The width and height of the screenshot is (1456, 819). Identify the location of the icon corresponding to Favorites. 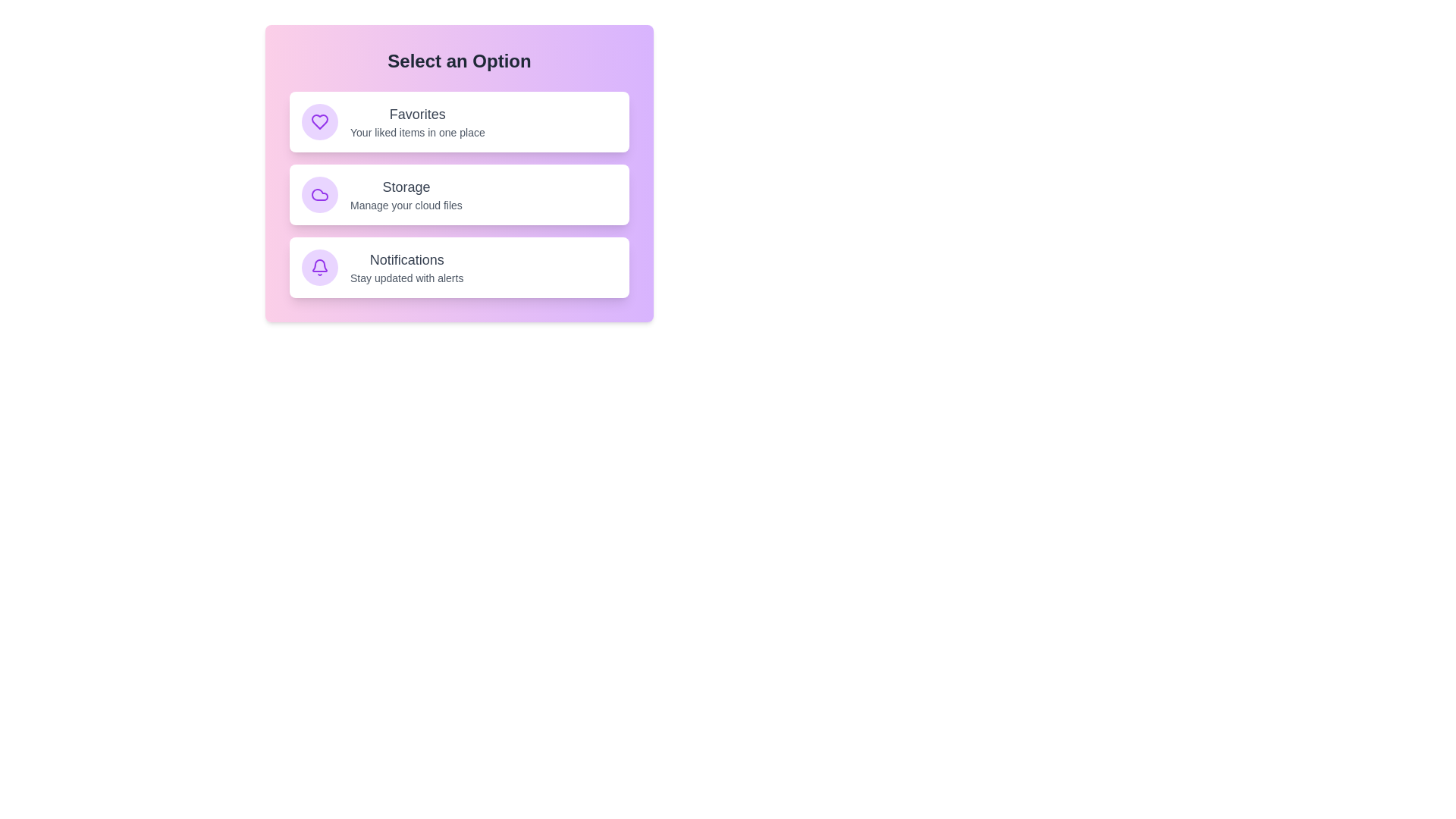
(319, 121).